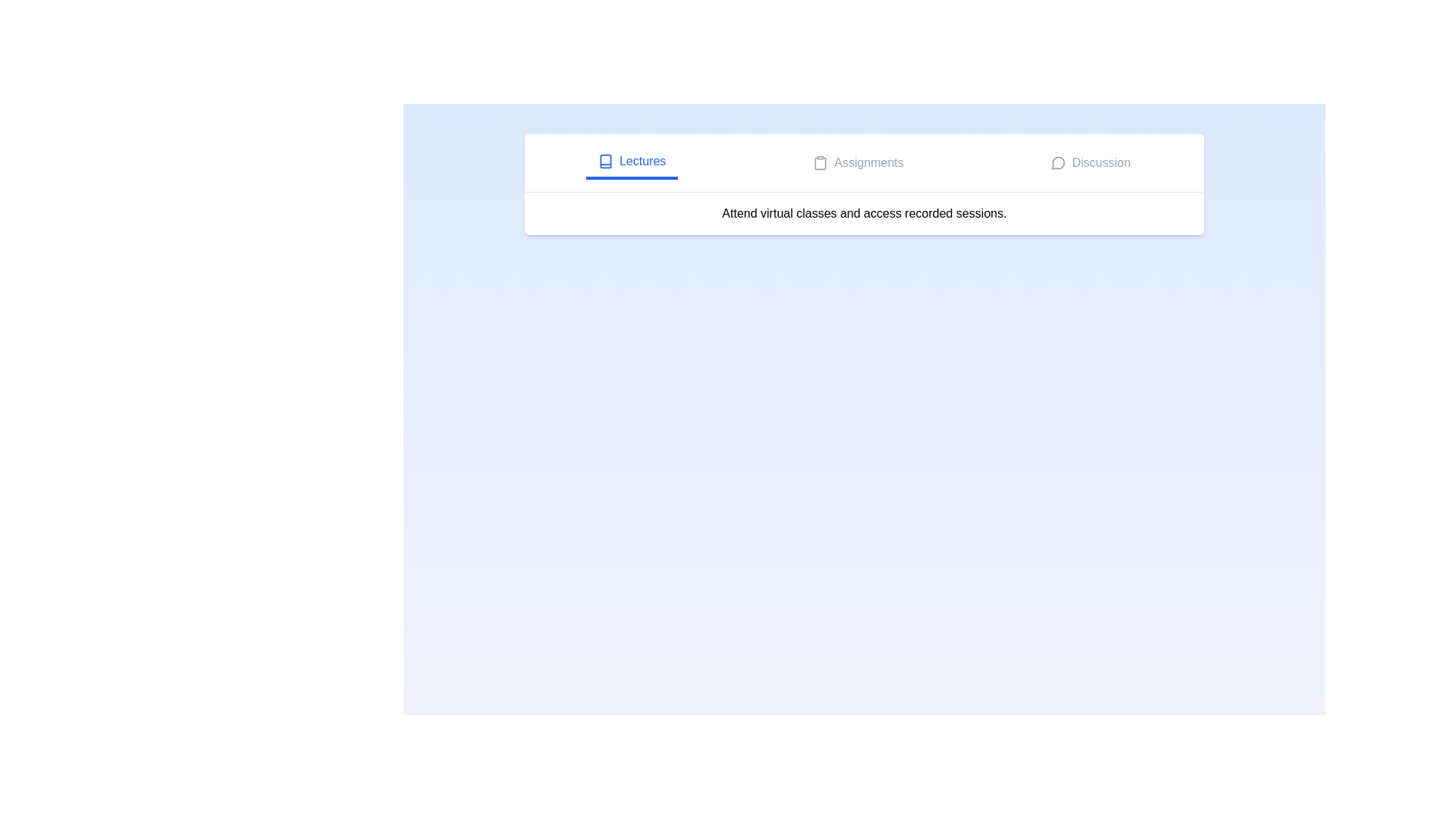  I want to click on the Lectures tab to view its content, so click(632, 163).